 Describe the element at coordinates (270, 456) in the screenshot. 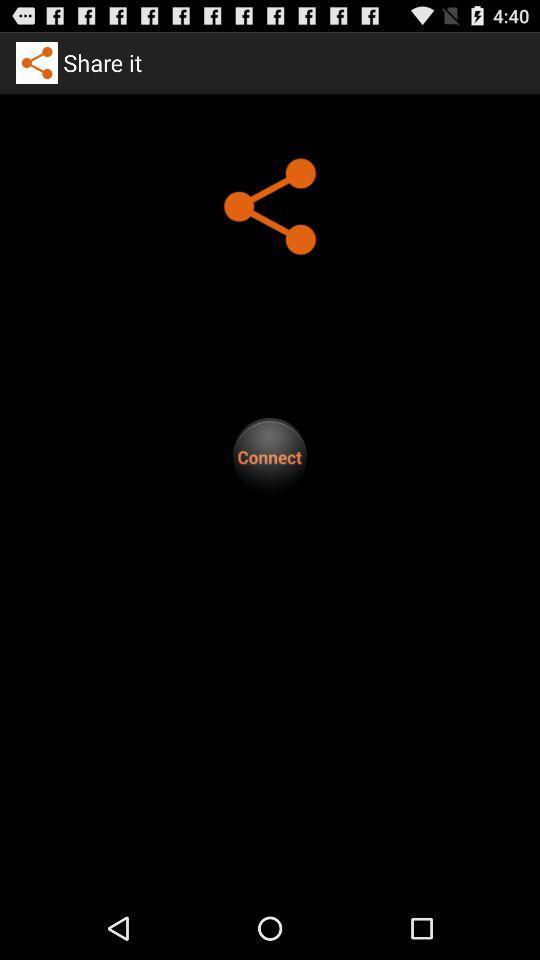

I see `click on connect` at that location.